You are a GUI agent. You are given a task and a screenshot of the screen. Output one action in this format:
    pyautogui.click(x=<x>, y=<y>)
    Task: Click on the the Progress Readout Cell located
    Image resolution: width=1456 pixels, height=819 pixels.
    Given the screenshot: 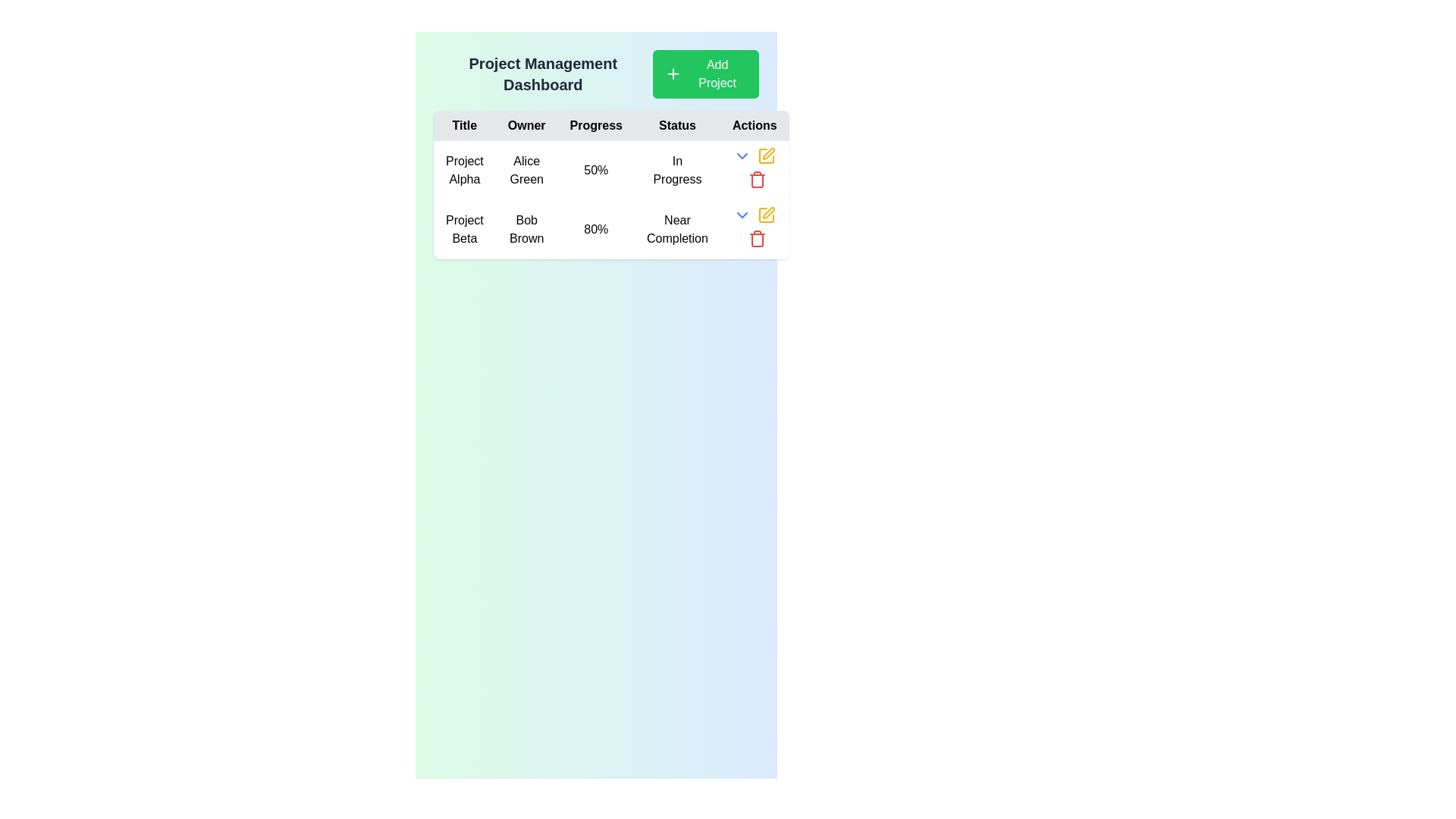 What is the action you would take?
    pyautogui.click(x=611, y=199)
    